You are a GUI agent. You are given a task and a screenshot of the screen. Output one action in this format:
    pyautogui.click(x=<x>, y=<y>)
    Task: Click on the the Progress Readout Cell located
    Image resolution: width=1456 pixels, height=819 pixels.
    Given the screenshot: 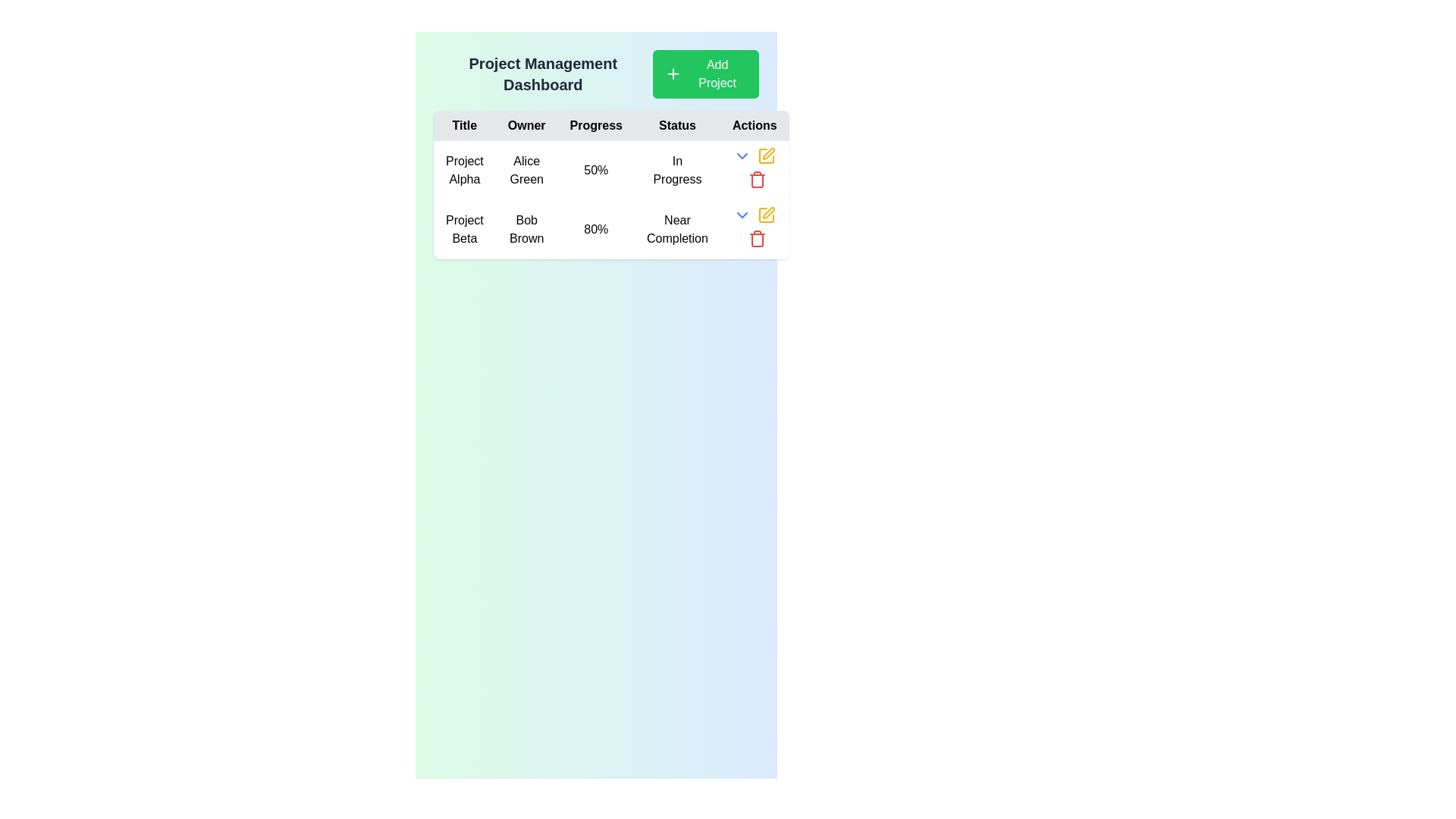 What is the action you would take?
    pyautogui.click(x=611, y=199)
    